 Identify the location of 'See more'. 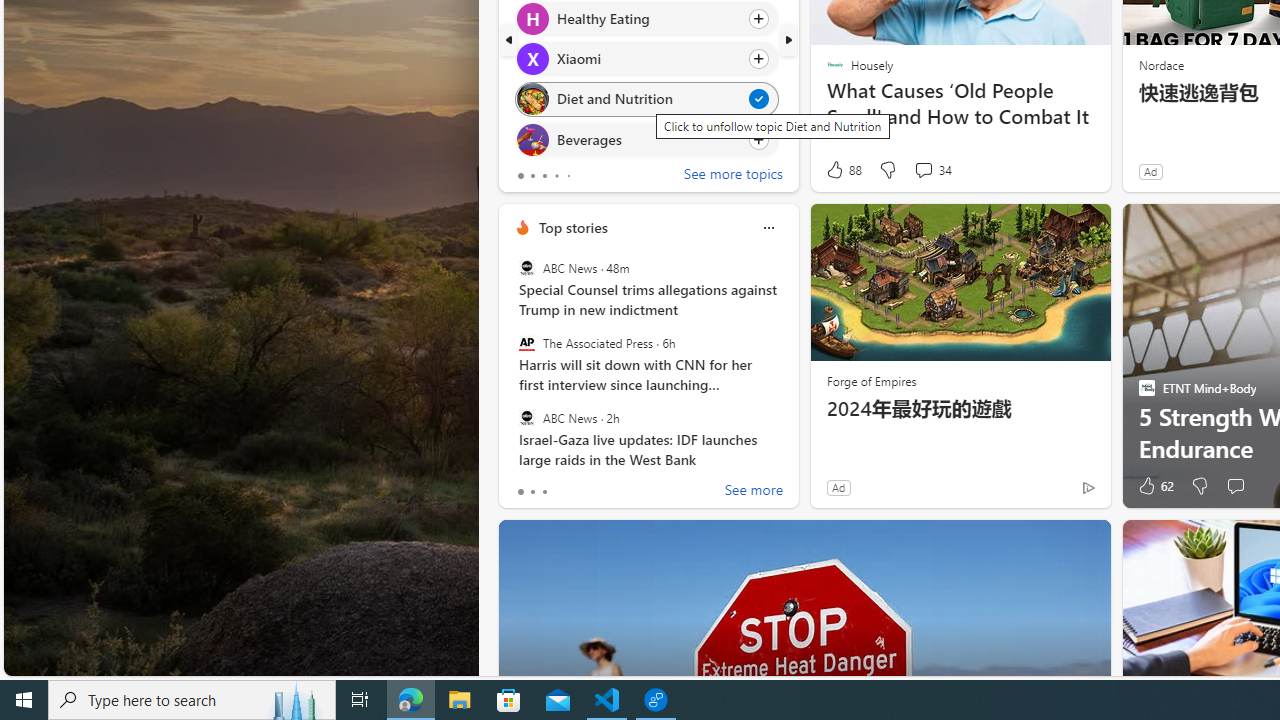
(752, 492).